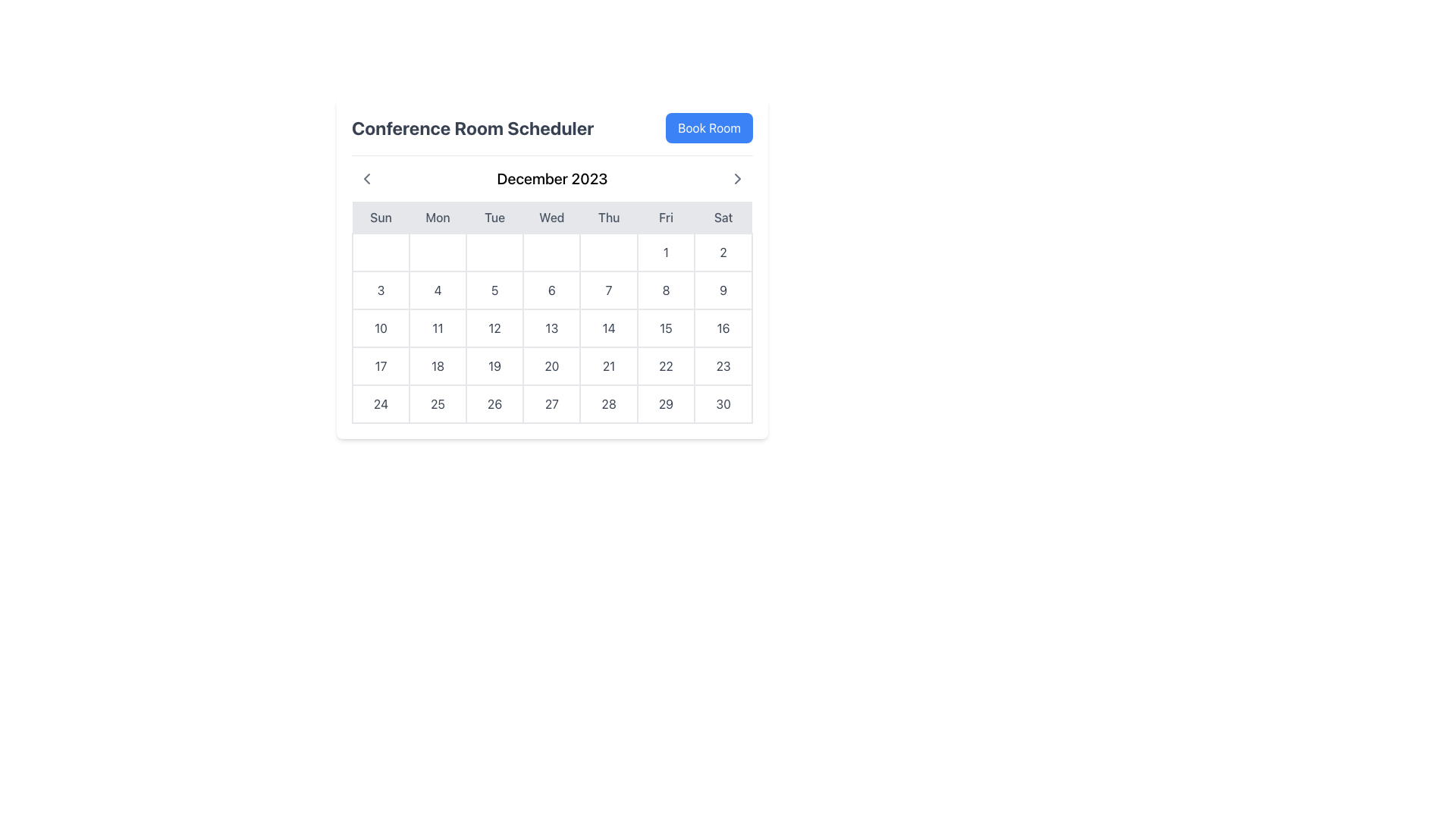 The height and width of the screenshot is (819, 1456). Describe the element at coordinates (437, 366) in the screenshot. I see `the day selector button for the 18th day of December 2023 in the calendar grid` at that location.